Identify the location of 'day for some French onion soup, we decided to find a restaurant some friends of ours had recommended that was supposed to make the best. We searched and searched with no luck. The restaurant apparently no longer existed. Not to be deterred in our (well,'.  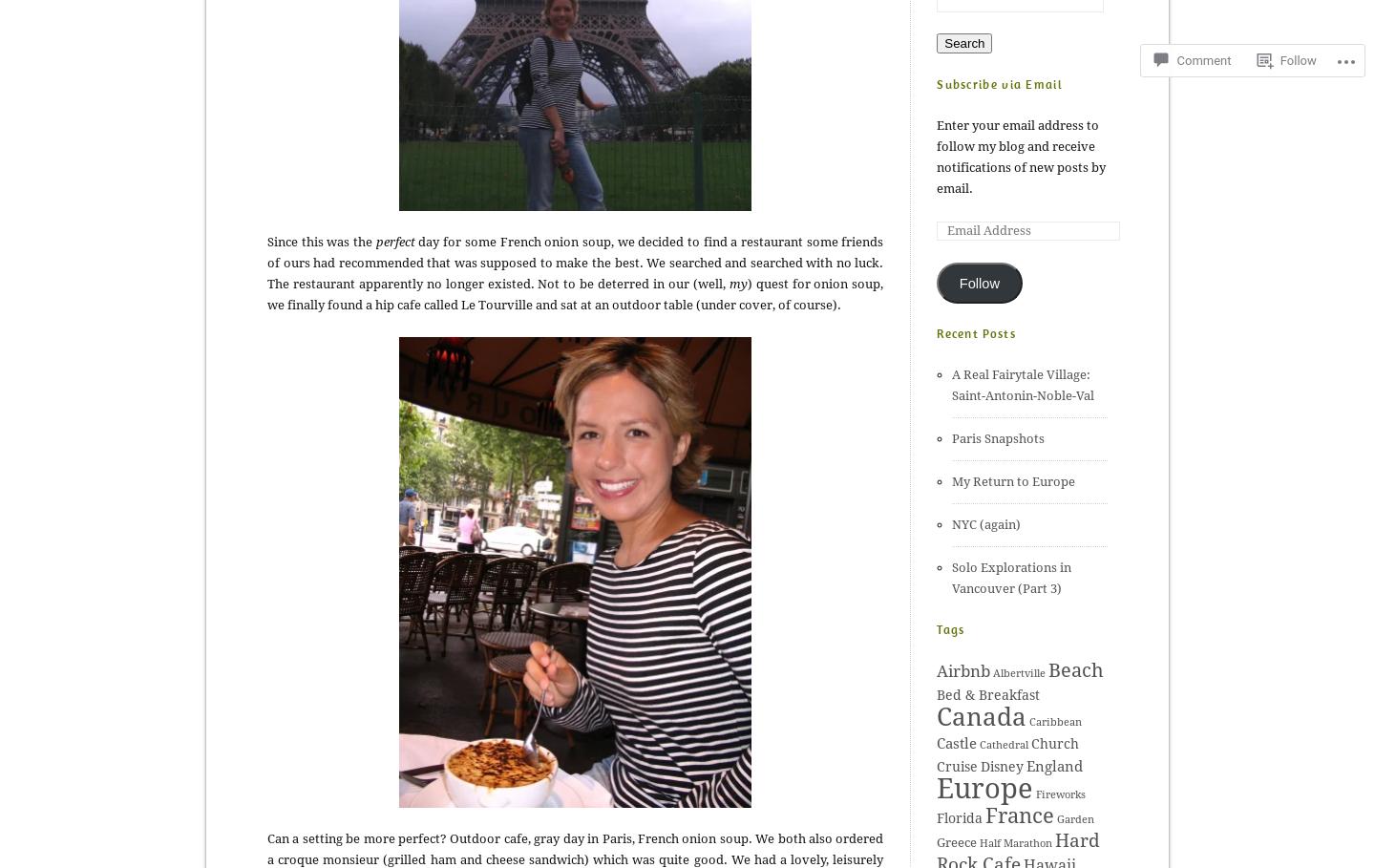
(574, 263).